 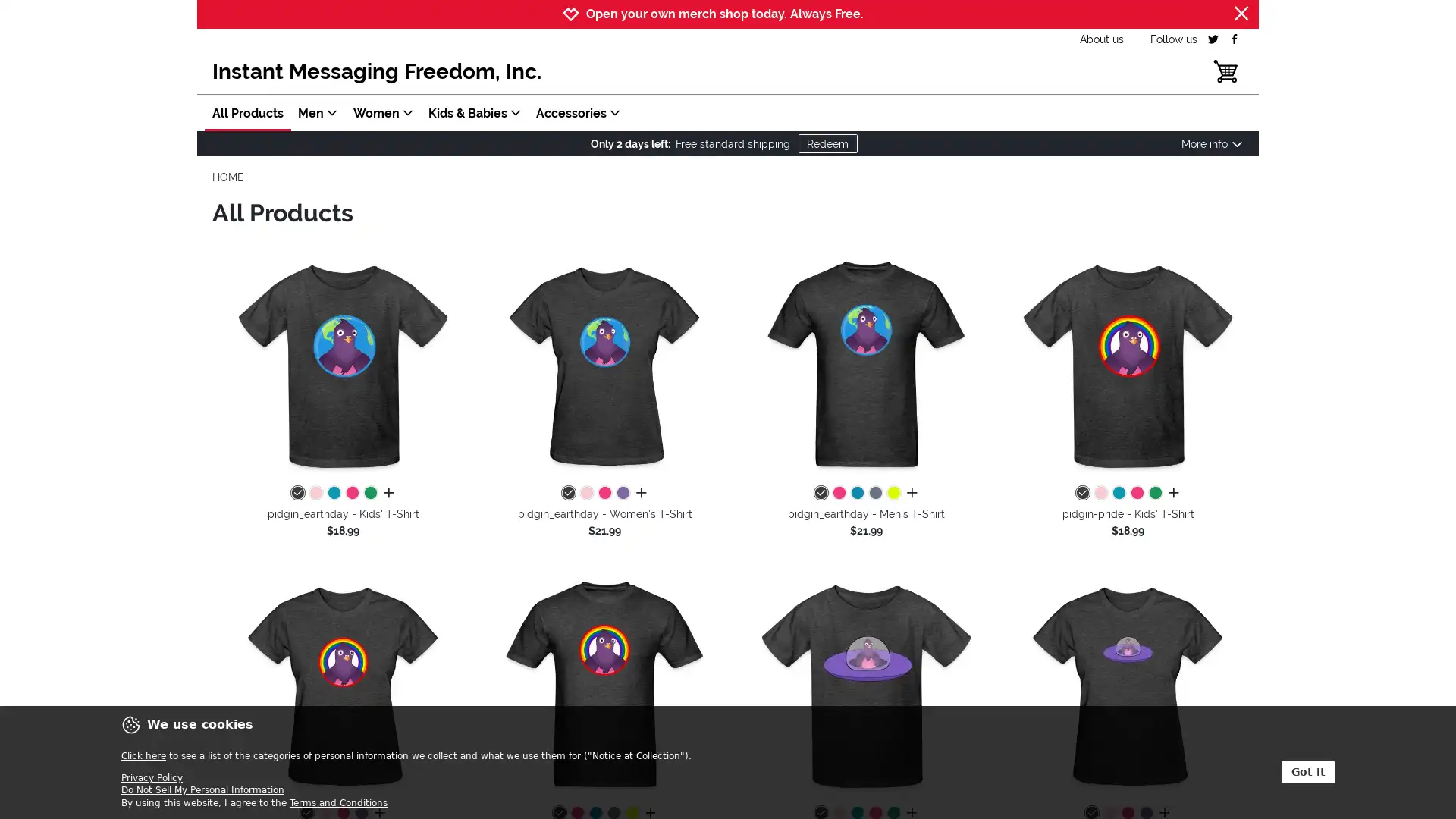 What do you see at coordinates (370, 494) in the screenshot?
I see `kelly green` at bounding box center [370, 494].